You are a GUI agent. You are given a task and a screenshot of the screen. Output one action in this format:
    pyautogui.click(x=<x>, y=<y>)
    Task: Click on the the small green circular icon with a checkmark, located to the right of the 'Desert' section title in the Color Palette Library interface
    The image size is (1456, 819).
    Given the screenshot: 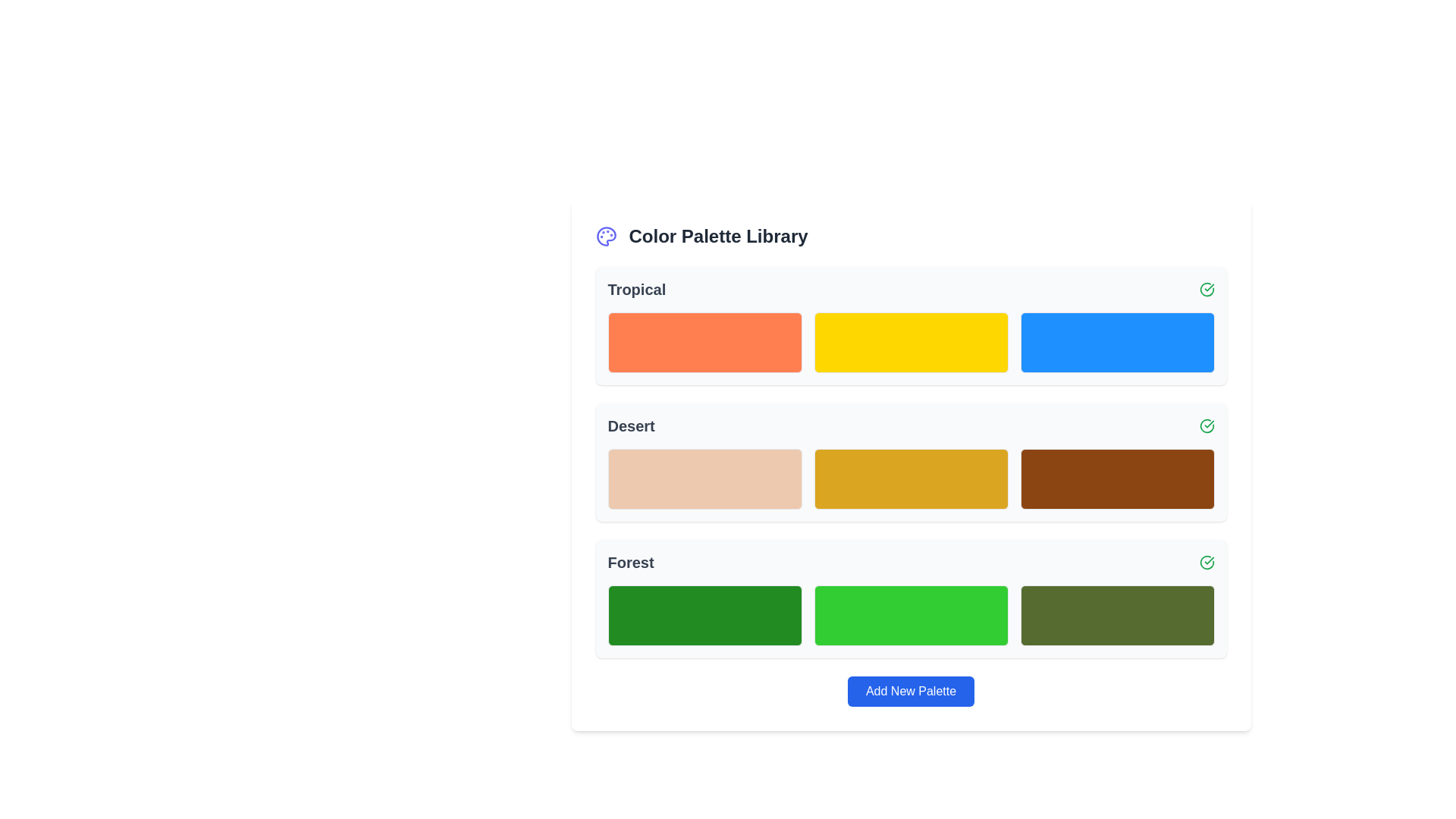 What is the action you would take?
    pyautogui.click(x=1206, y=426)
    